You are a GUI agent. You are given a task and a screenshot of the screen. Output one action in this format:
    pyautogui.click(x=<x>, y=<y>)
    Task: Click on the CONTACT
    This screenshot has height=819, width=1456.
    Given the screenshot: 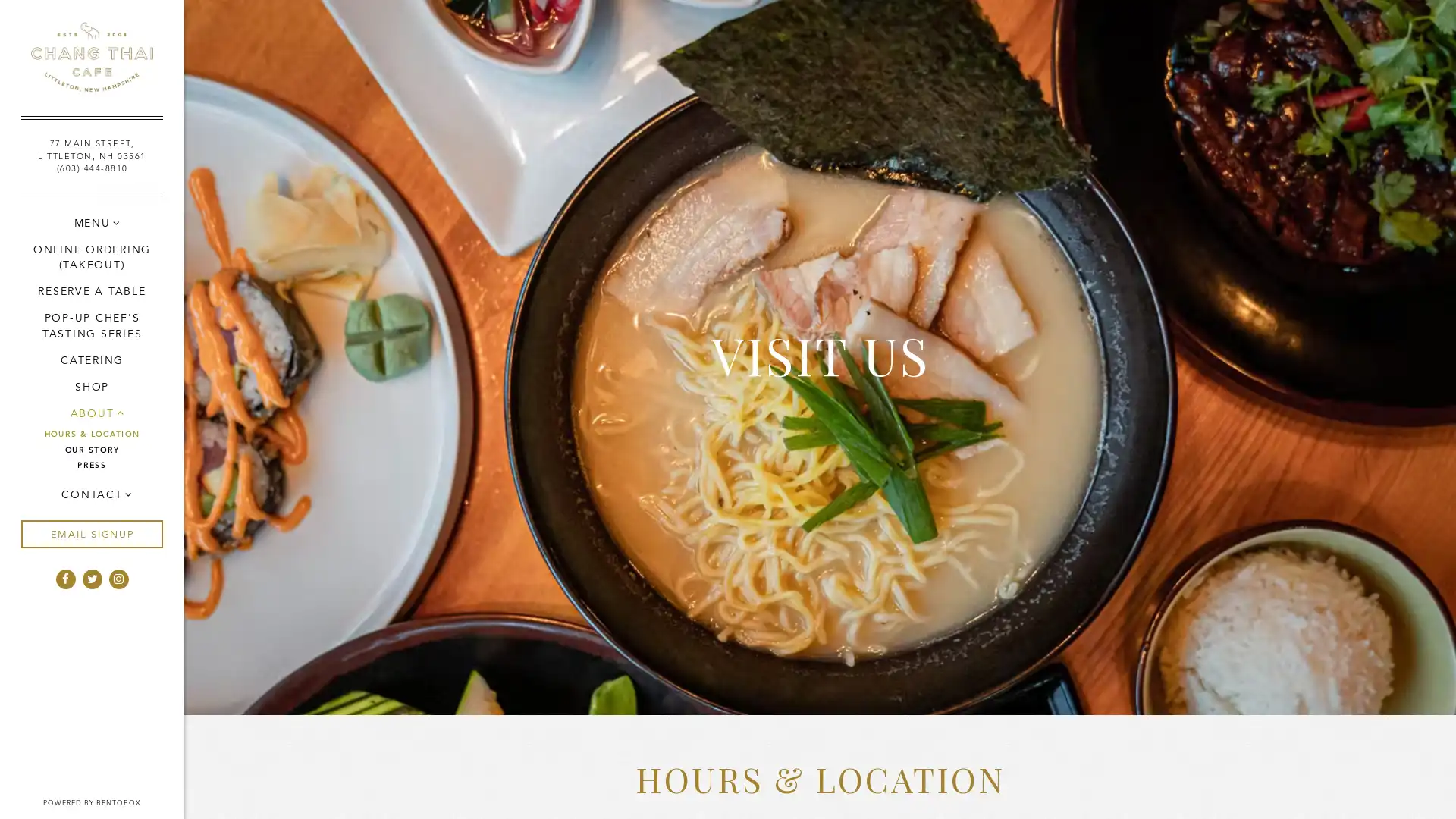 What is the action you would take?
    pyautogui.click(x=90, y=494)
    